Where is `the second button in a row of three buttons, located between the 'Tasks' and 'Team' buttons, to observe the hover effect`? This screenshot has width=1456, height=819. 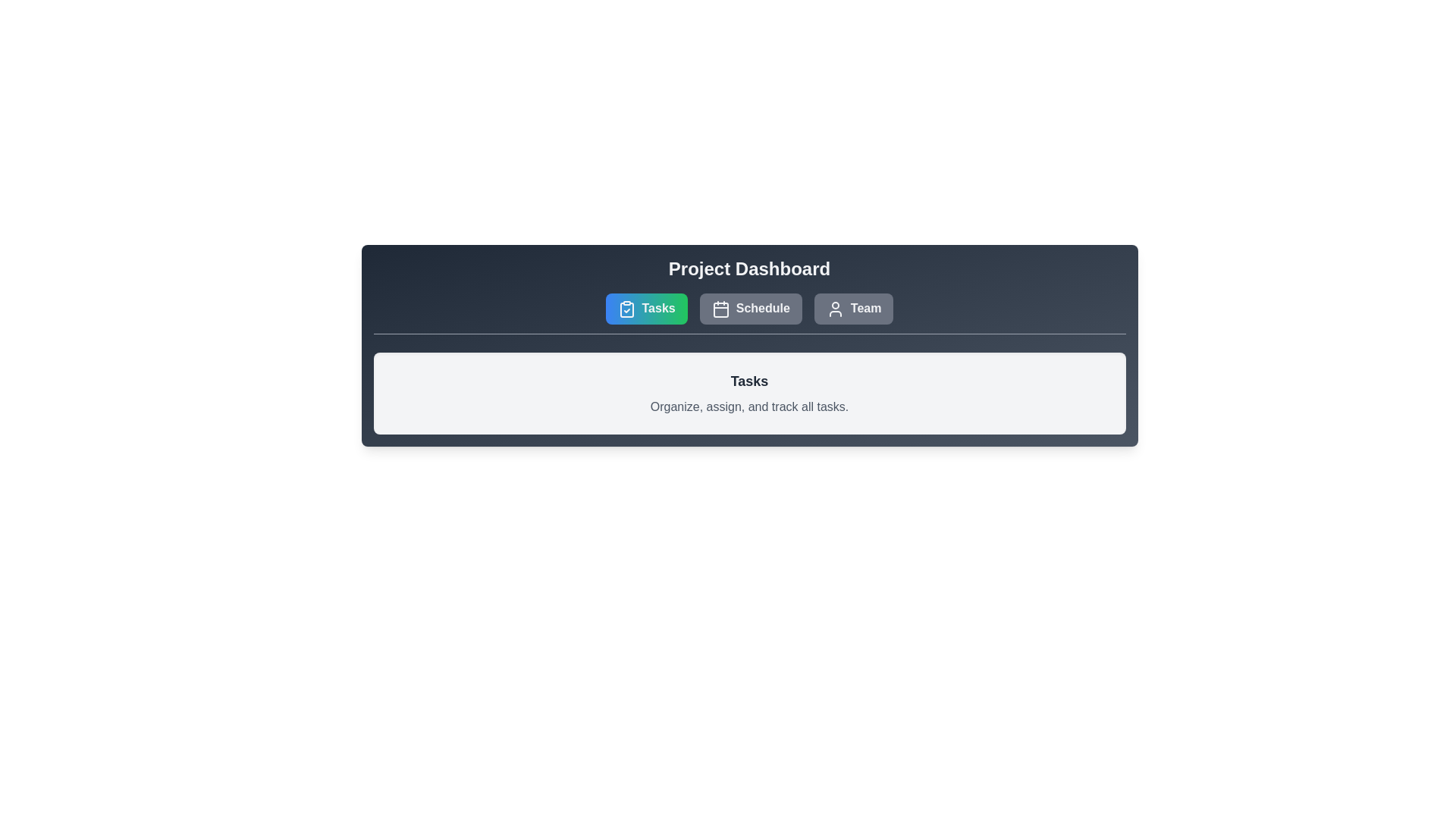
the second button in a row of three buttons, located between the 'Tasks' and 'Team' buttons, to observe the hover effect is located at coordinates (751, 308).